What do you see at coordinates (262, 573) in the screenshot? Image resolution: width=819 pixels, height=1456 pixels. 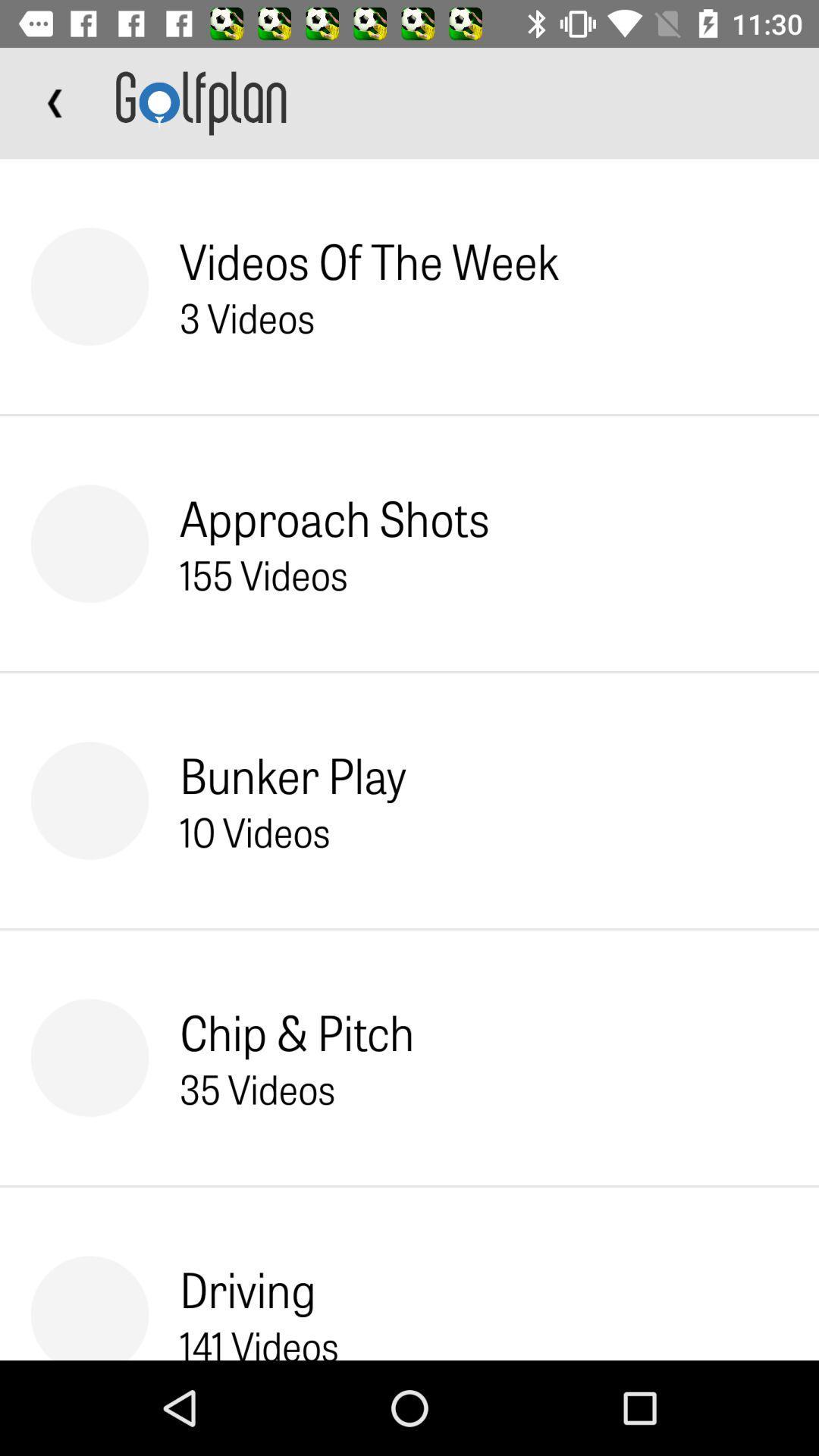 I see `the icon above the bunker play` at bounding box center [262, 573].